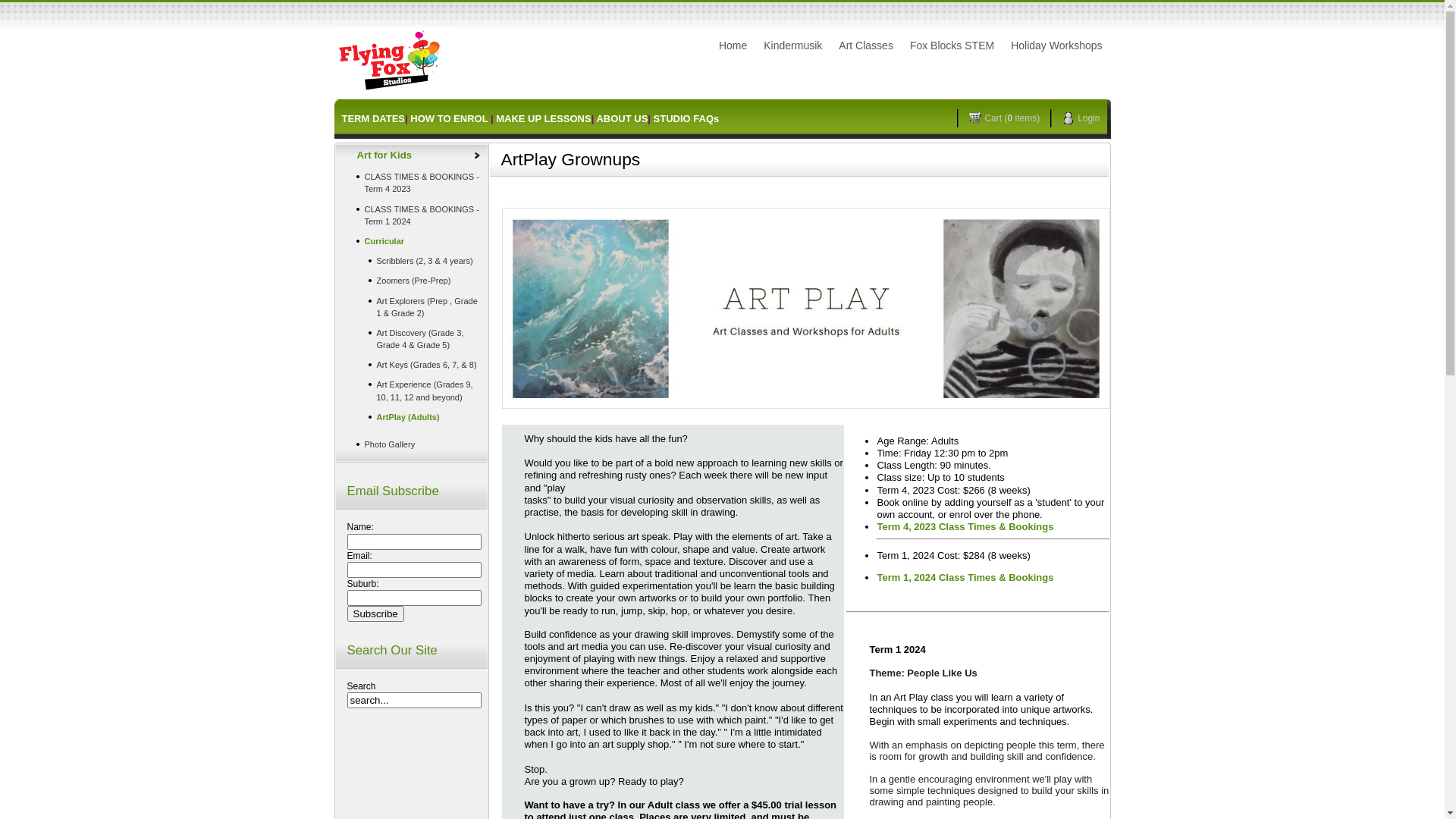  Describe the element at coordinates (411, 417) in the screenshot. I see `'ArtPlay (Adults)'` at that location.